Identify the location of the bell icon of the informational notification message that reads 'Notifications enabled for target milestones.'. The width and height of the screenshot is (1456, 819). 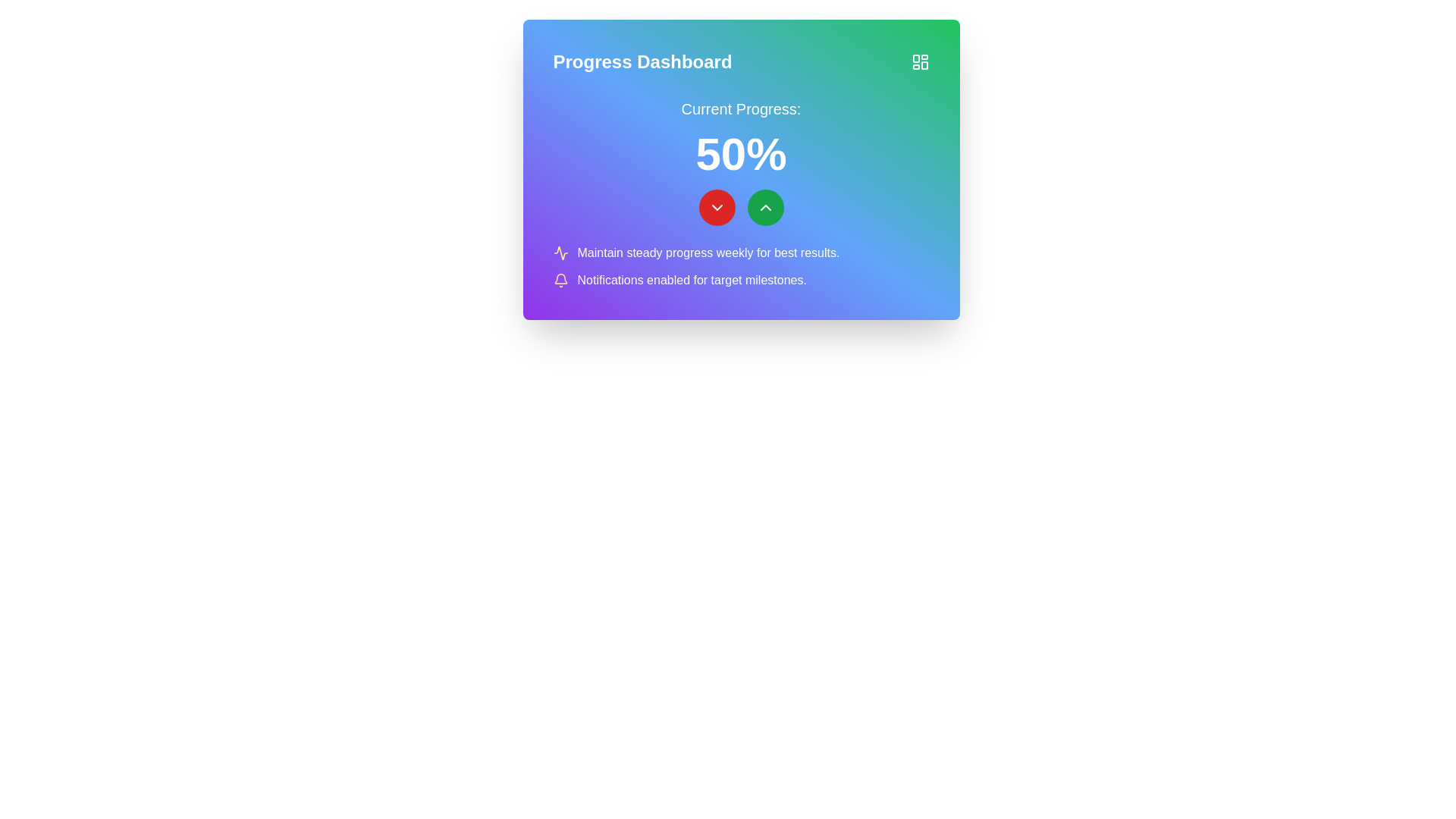
(741, 281).